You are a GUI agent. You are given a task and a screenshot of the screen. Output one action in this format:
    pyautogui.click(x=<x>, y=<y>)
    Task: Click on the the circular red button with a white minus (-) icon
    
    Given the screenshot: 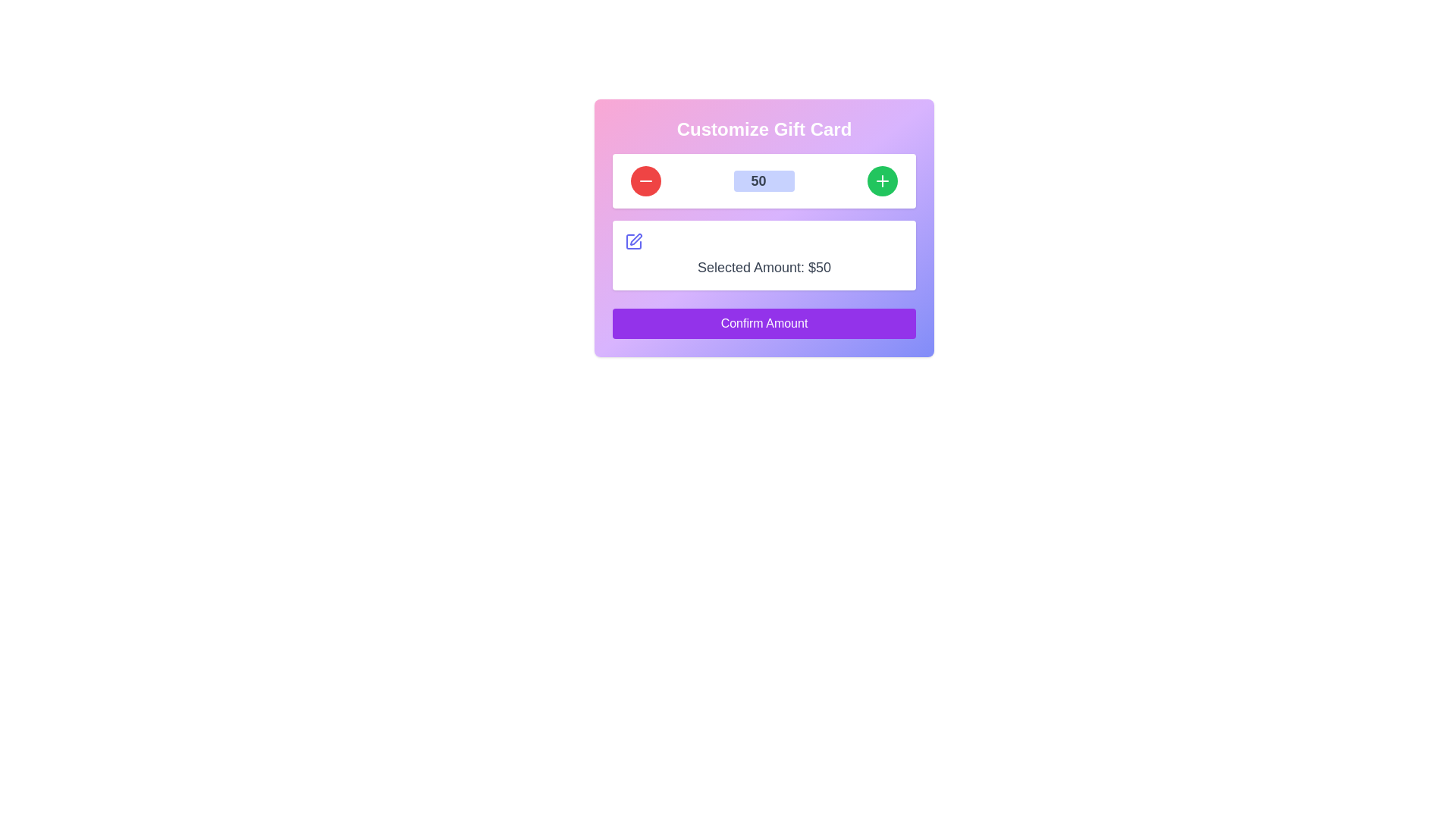 What is the action you would take?
    pyautogui.click(x=645, y=180)
    